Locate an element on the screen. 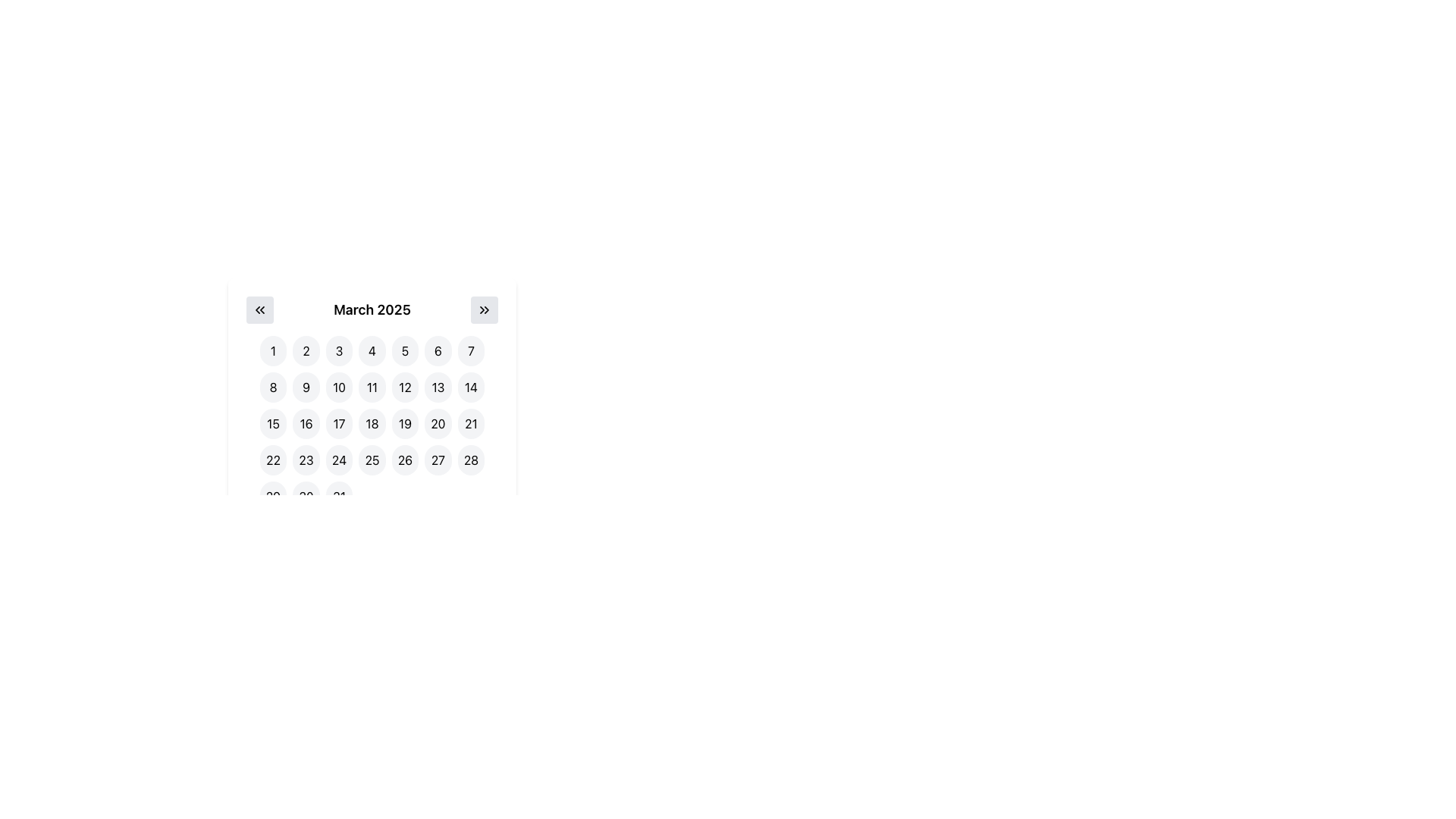 The width and height of the screenshot is (1456, 819). the button representing the selectable date in the calendar interface located in the fifth column of the fourth row is located at coordinates (372, 459).